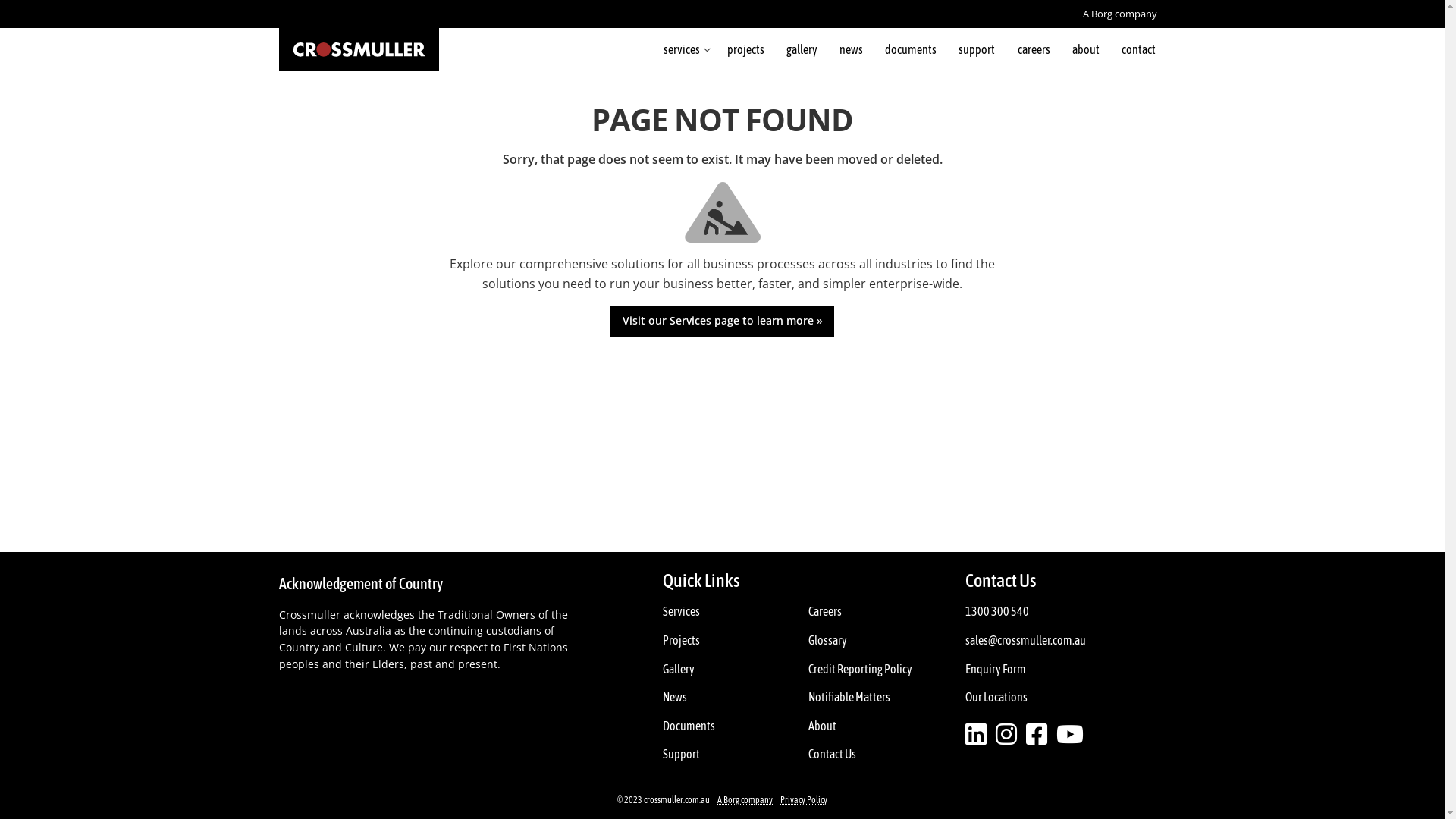 The image size is (1456, 819). What do you see at coordinates (1069, 733) in the screenshot?
I see `'Crossmuller's Facebook Profile'` at bounding box center [1069, 733].